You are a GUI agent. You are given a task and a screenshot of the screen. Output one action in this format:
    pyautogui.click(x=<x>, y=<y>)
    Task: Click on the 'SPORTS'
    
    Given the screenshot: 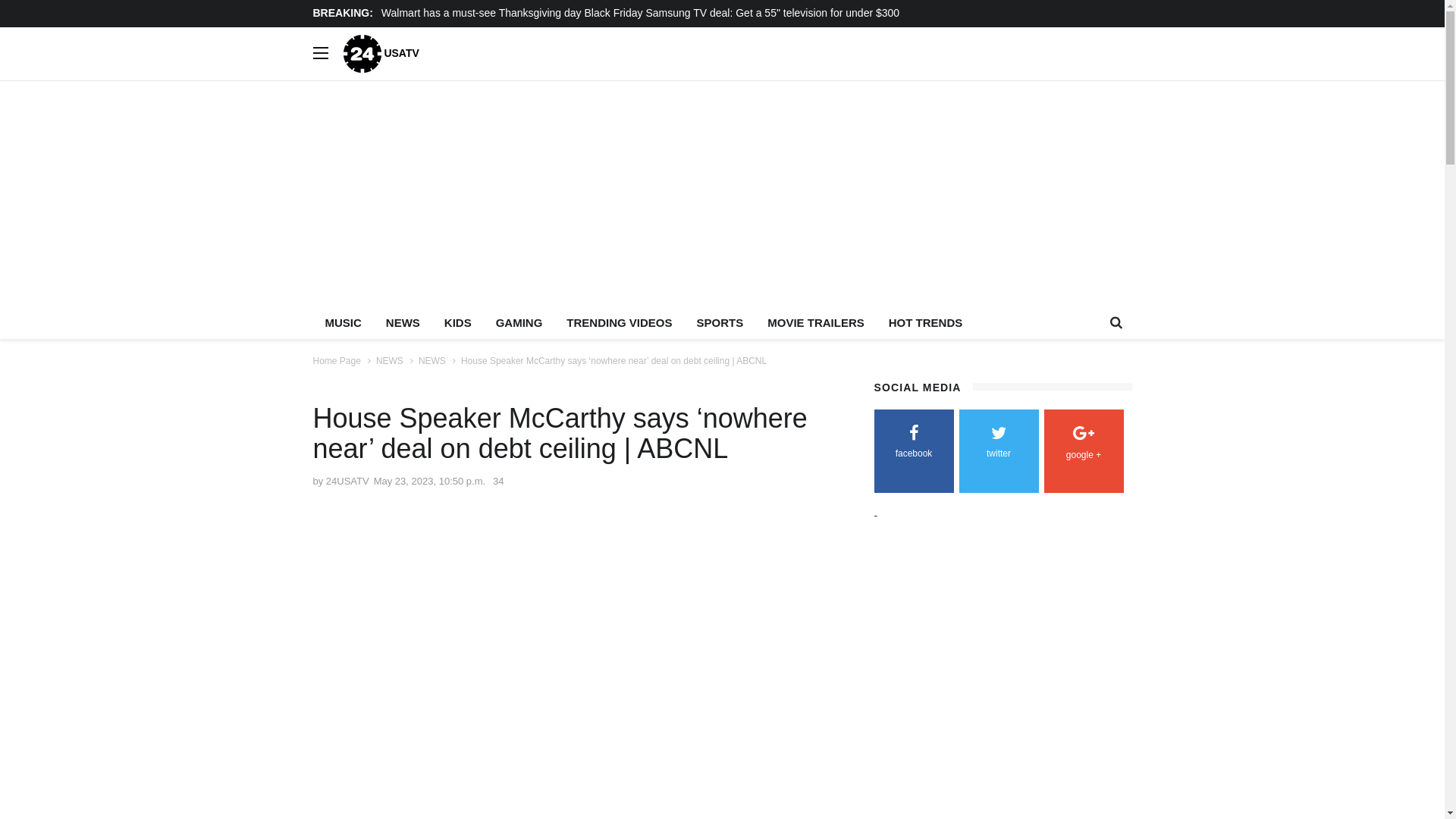 What is the action you would take?
    pyautogui.click(x=720, y=322)
    